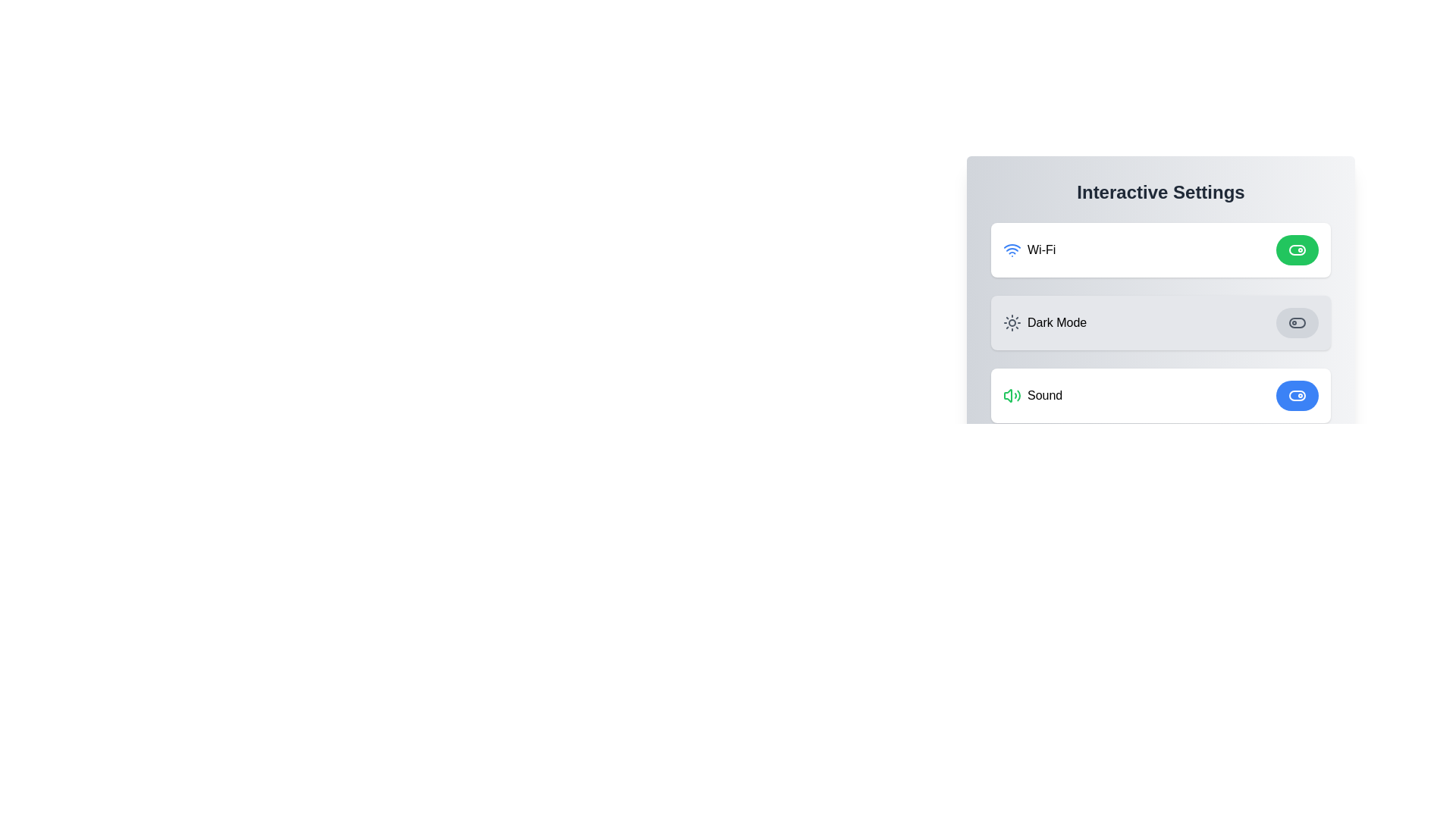  I want to click on the toggle in the Settings Section Row to change the 'Dark Mode' setting within the user settings interface, so click(1160, 301).